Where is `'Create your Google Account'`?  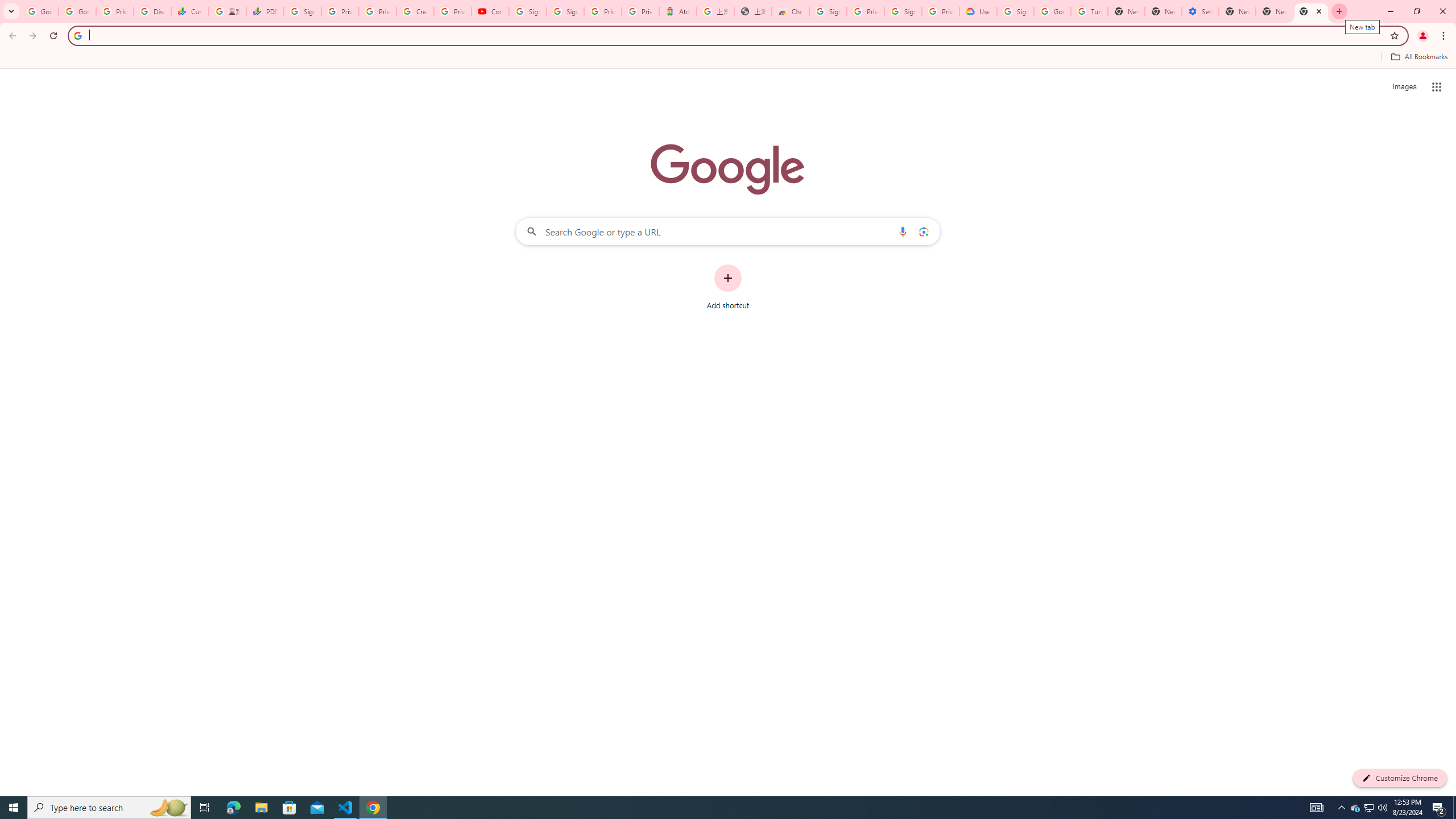 'Create your Google Account' is located at coordinates (415, 11).